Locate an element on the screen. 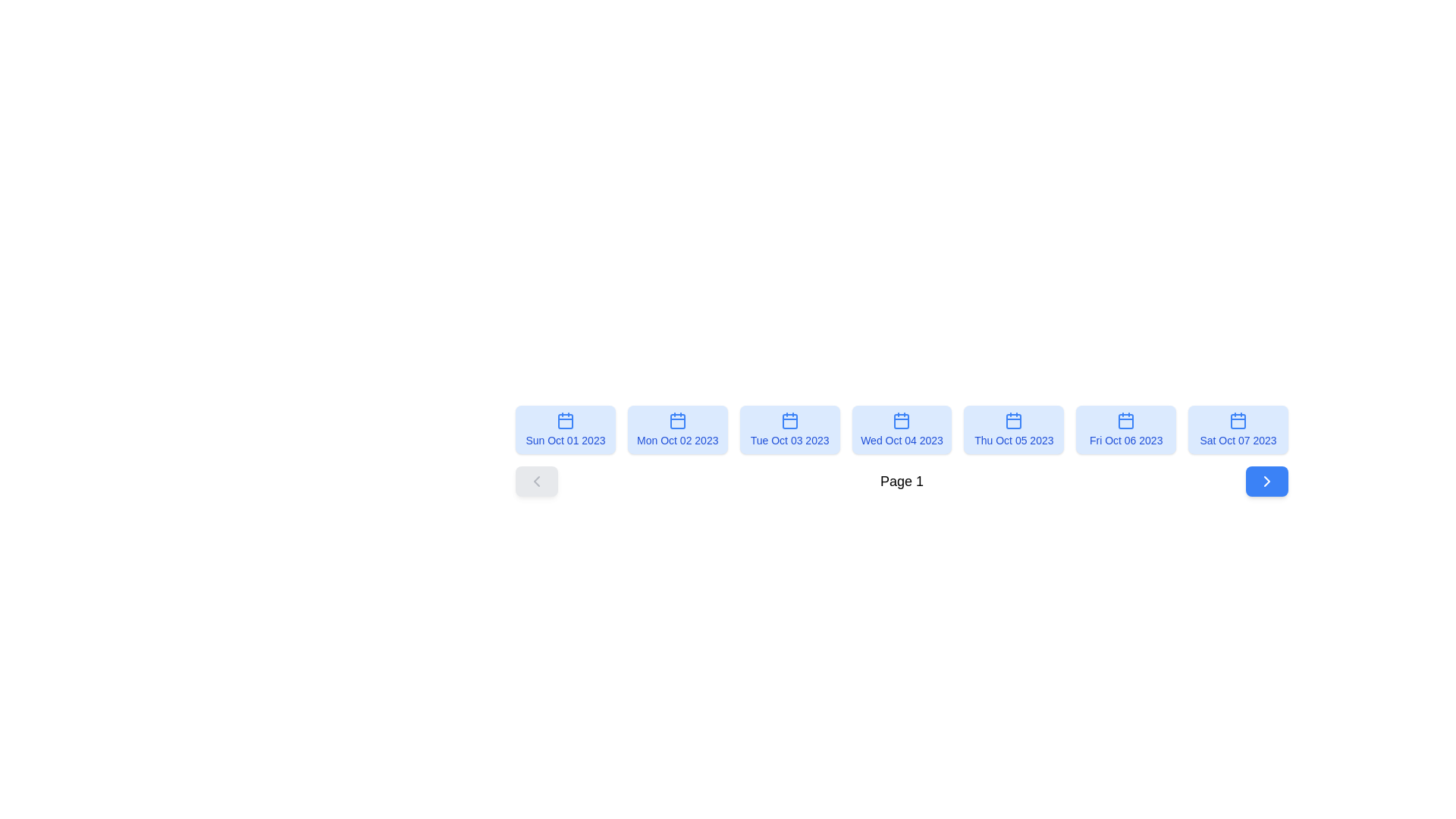 The height and width of the screenshot is (819, 1456). the card representing the date 'Thu Oct 05 2023' in the calendar view, which has a light blue background and a calendar icon above the text label is located at coordinates (1014, 430).